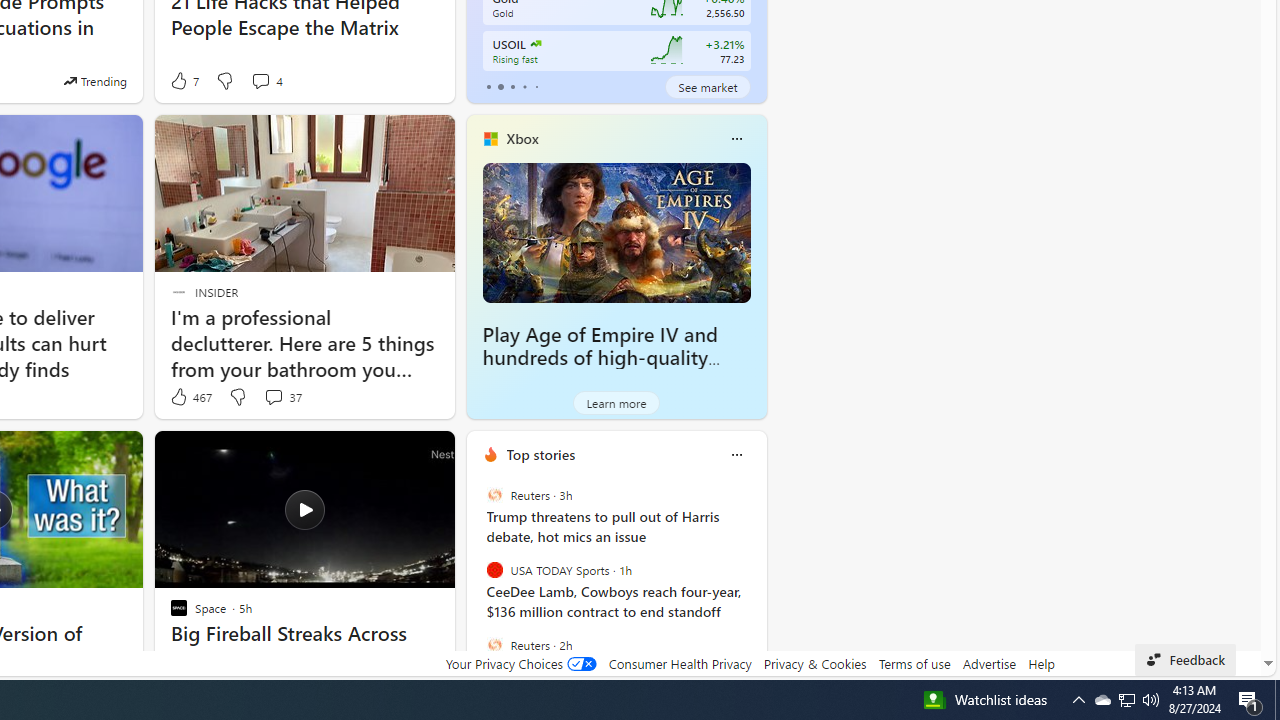 This screenshot has height=720, width=1280. What do you see at coordinates (512, 86) in the screenshot?
I see `'tab-2'` at bounding box center [512, 86].